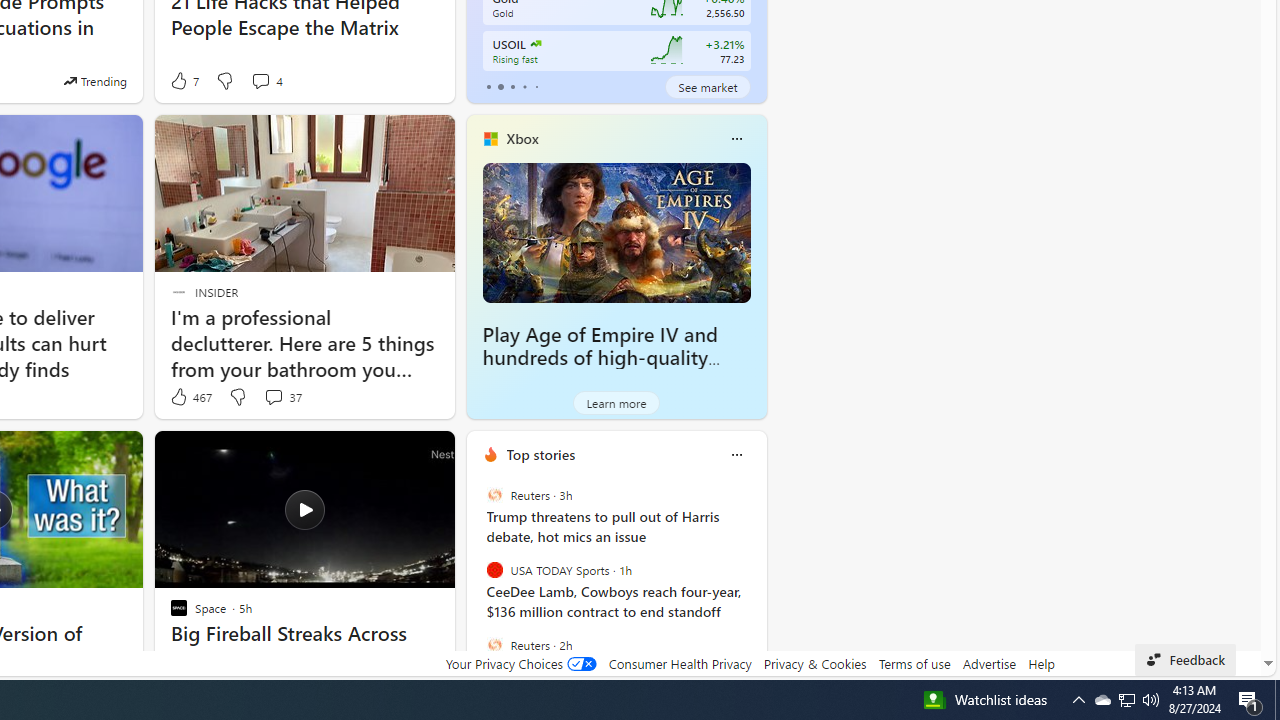 This screenshot has height=720, width=1280. What do you see at coordinates (512, 86) in the screenshot?
I see `'tab-2'` at bounding box center [512, 86].